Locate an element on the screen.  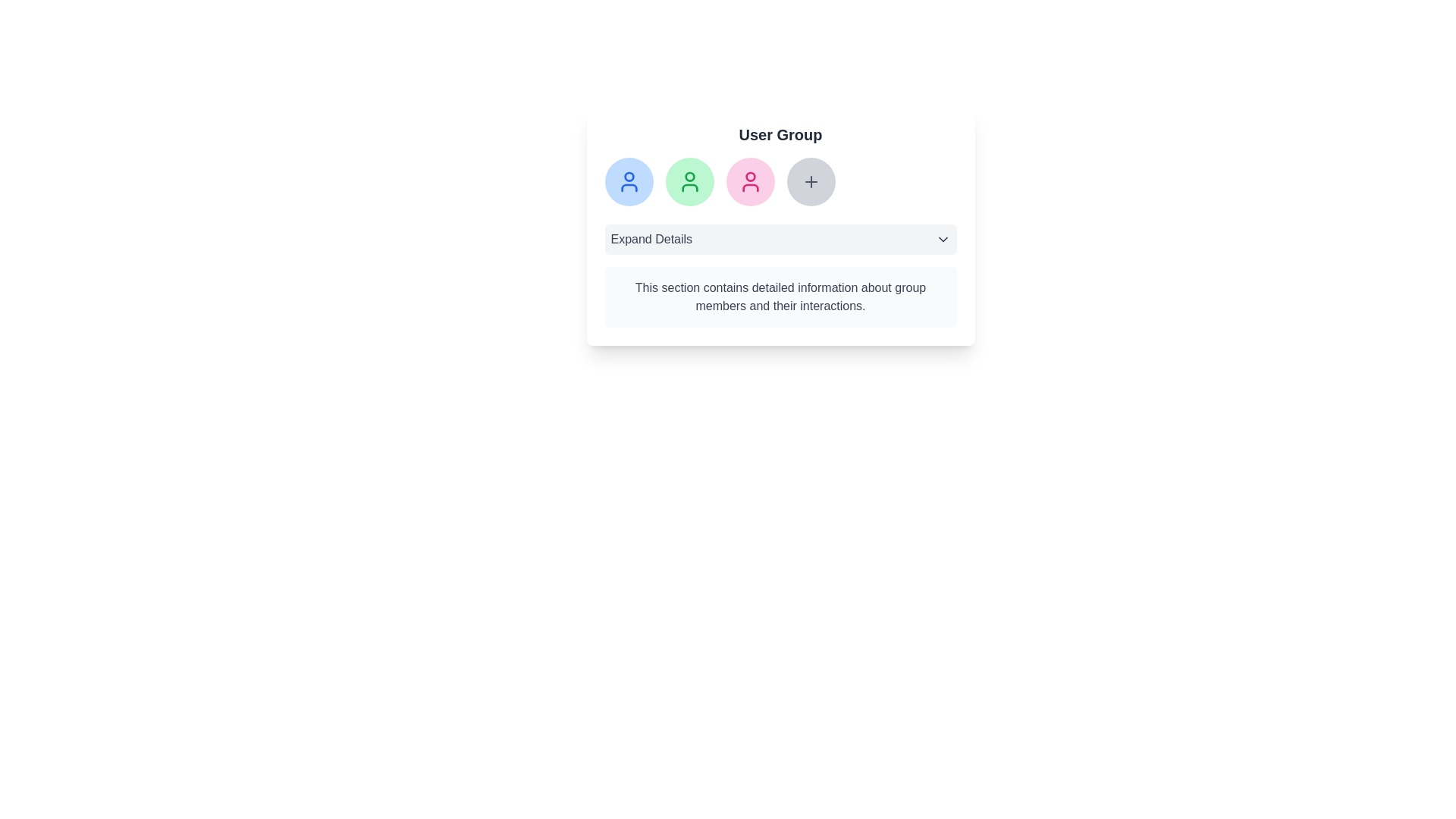
the pink-colored profile icon, which is the second icon from the right in a horizontal arrangement of four circular profile icons within the 'User Group' UI card is located at coordinates (750, 176).